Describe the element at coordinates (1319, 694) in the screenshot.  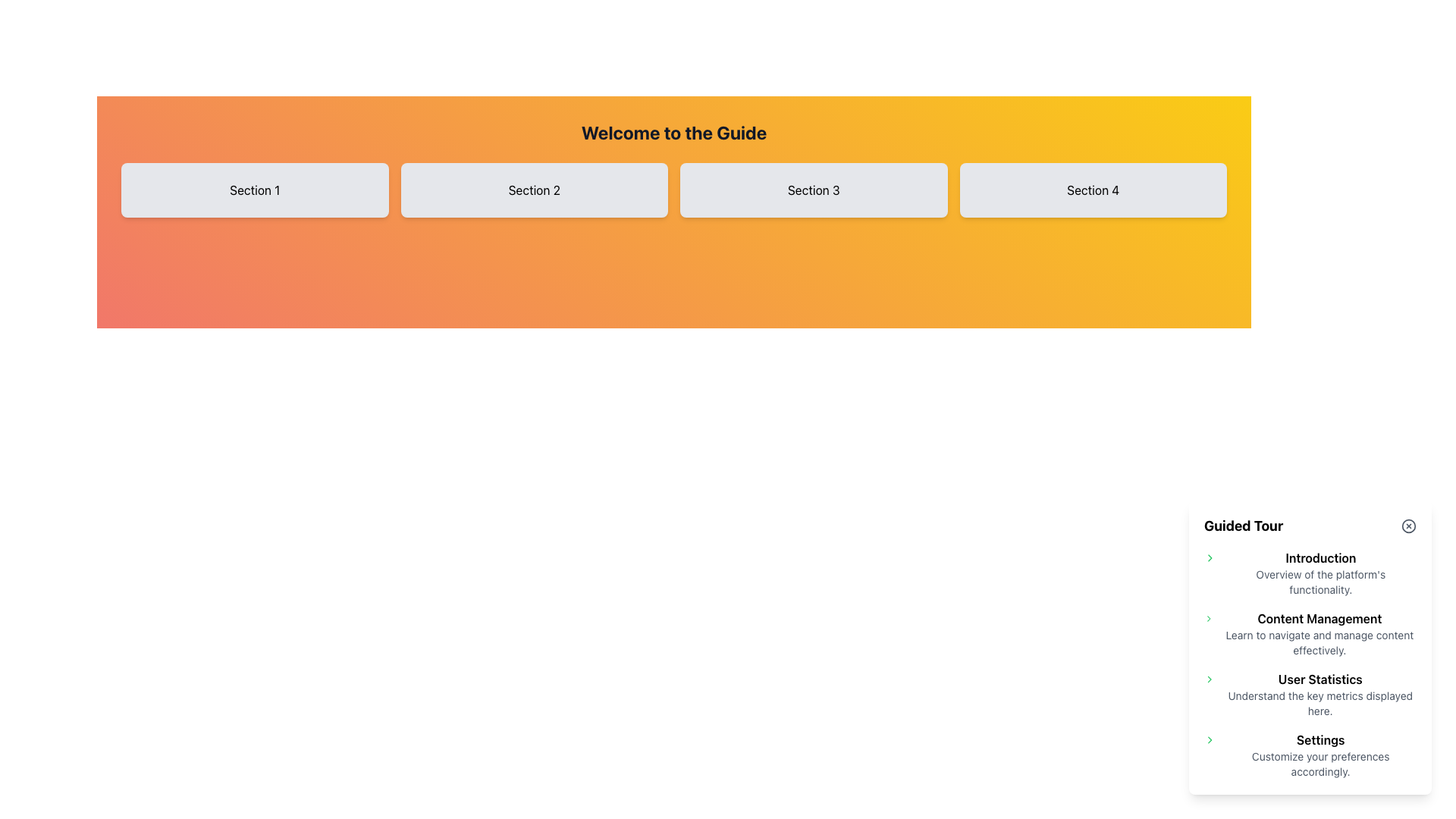
I see `the 'User Statistics' label element` at that location.